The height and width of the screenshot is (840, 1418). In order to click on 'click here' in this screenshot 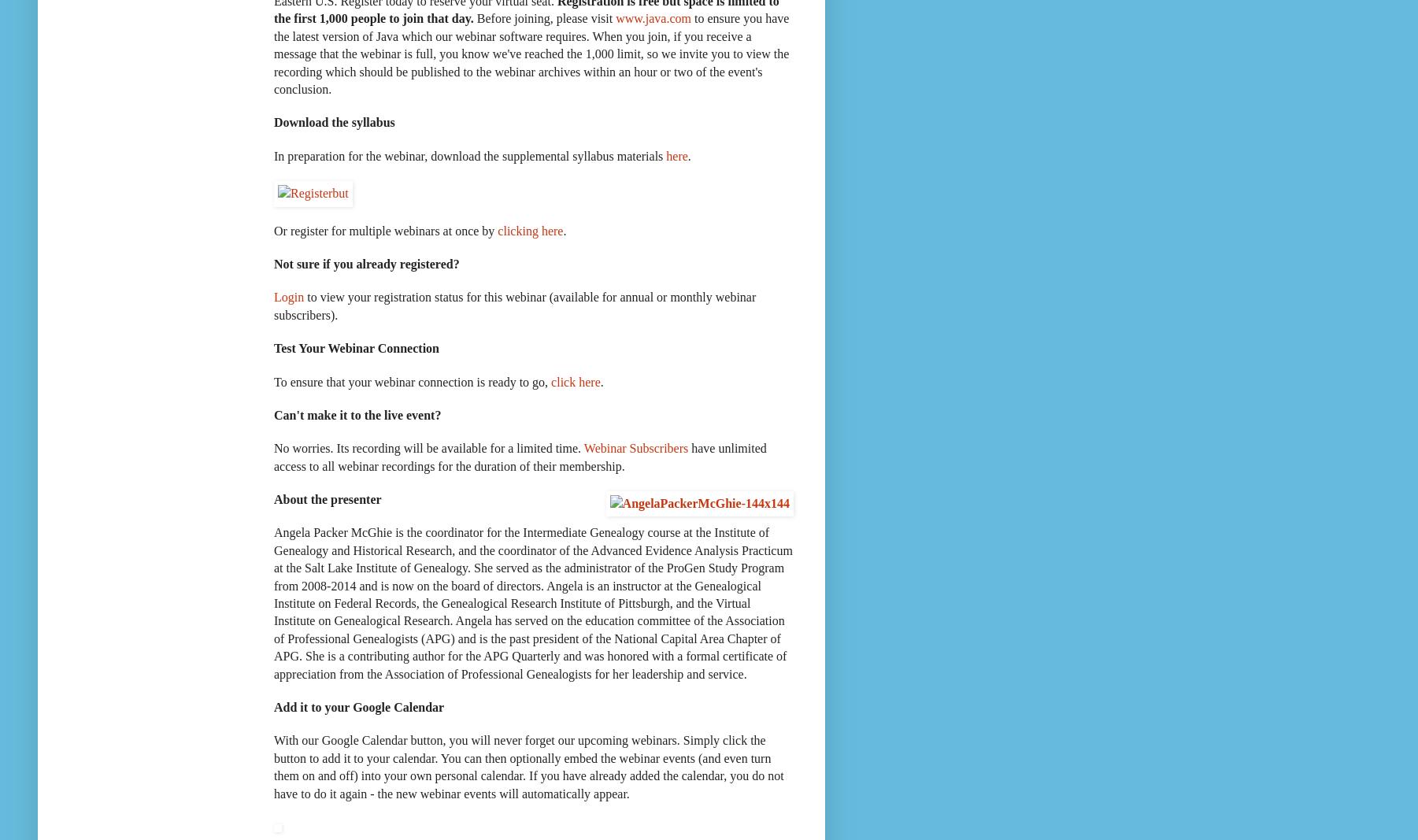, I will do `click(576, 380)`.